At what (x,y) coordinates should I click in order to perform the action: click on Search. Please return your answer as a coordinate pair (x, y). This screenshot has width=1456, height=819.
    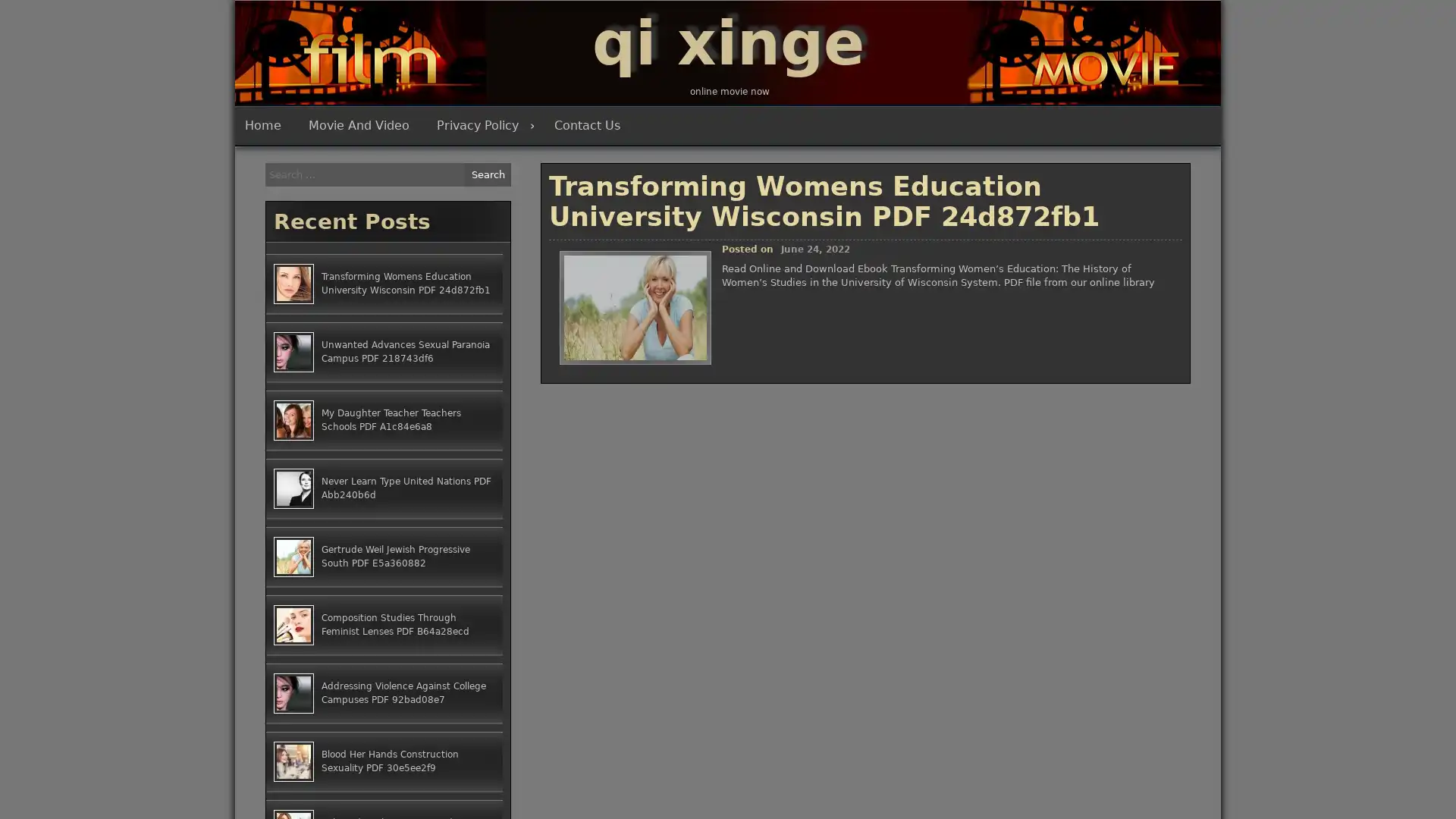
    Looking at the image, I should click on (488, 174).